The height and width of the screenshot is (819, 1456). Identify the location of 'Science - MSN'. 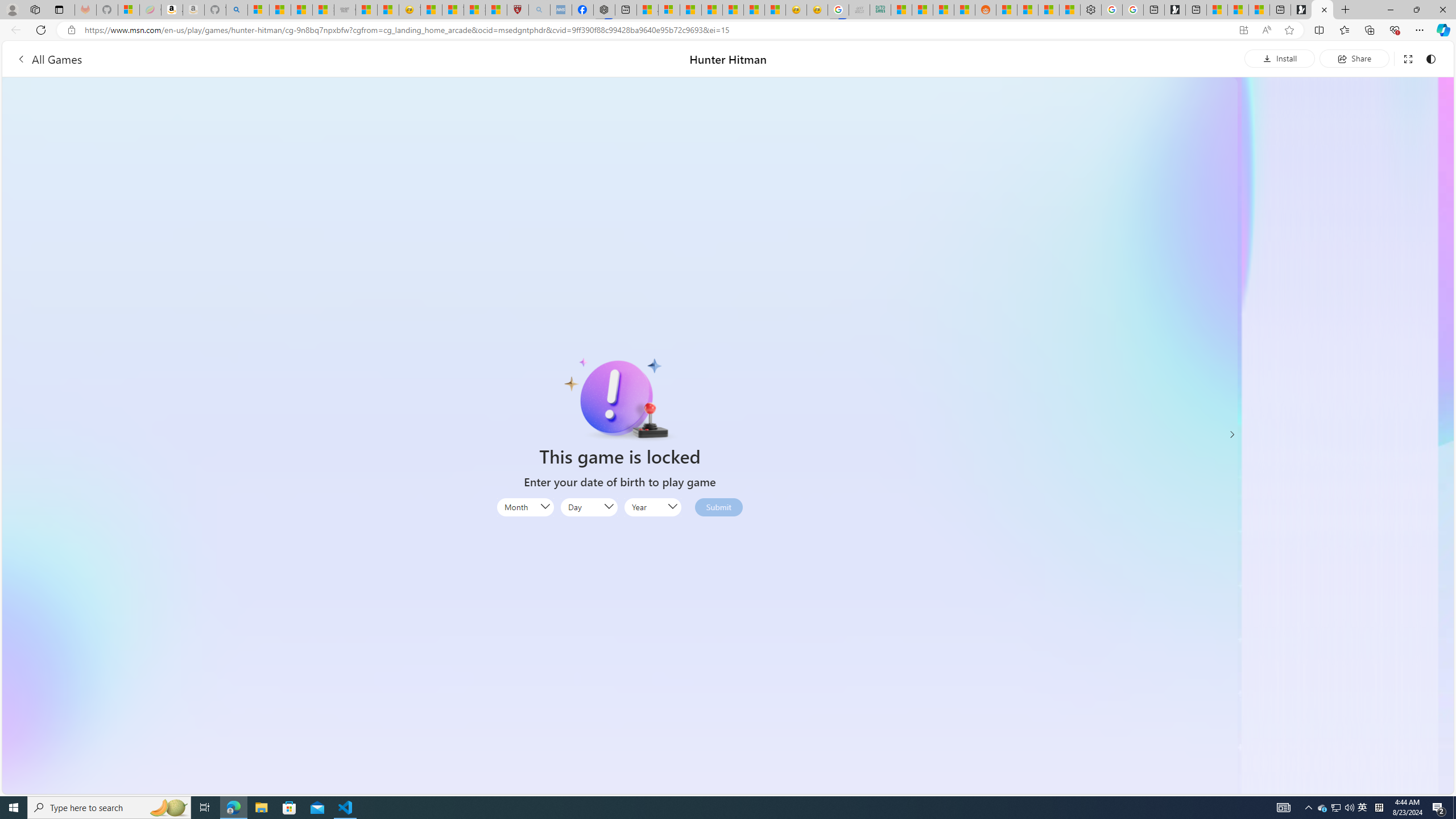
(474, 9).